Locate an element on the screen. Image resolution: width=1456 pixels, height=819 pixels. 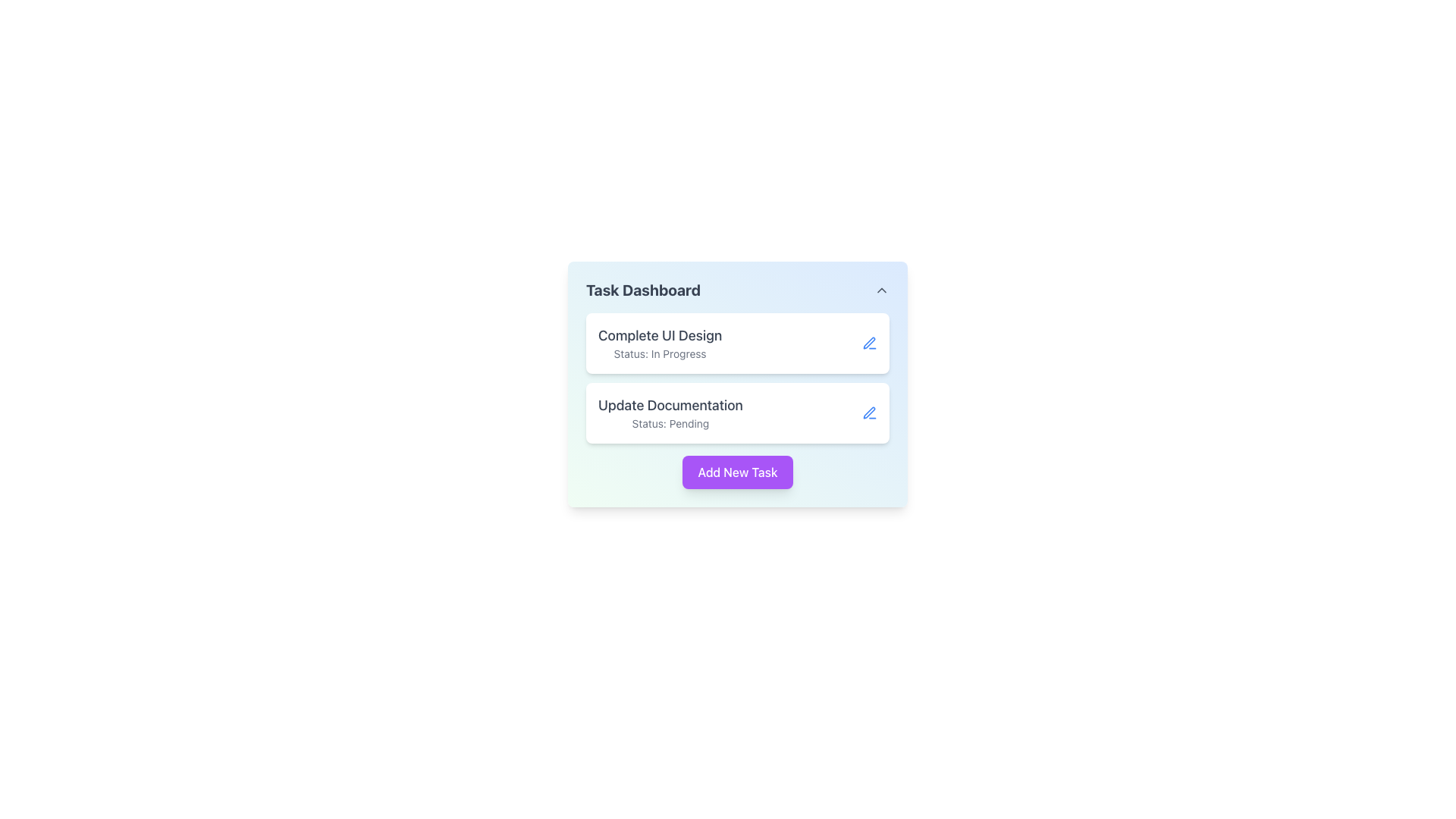
the text label displaying 'Update Documentation' in the Task Dashboard interface, which is located above the 'Status: Pending' text is located at coordinates (670, 405).